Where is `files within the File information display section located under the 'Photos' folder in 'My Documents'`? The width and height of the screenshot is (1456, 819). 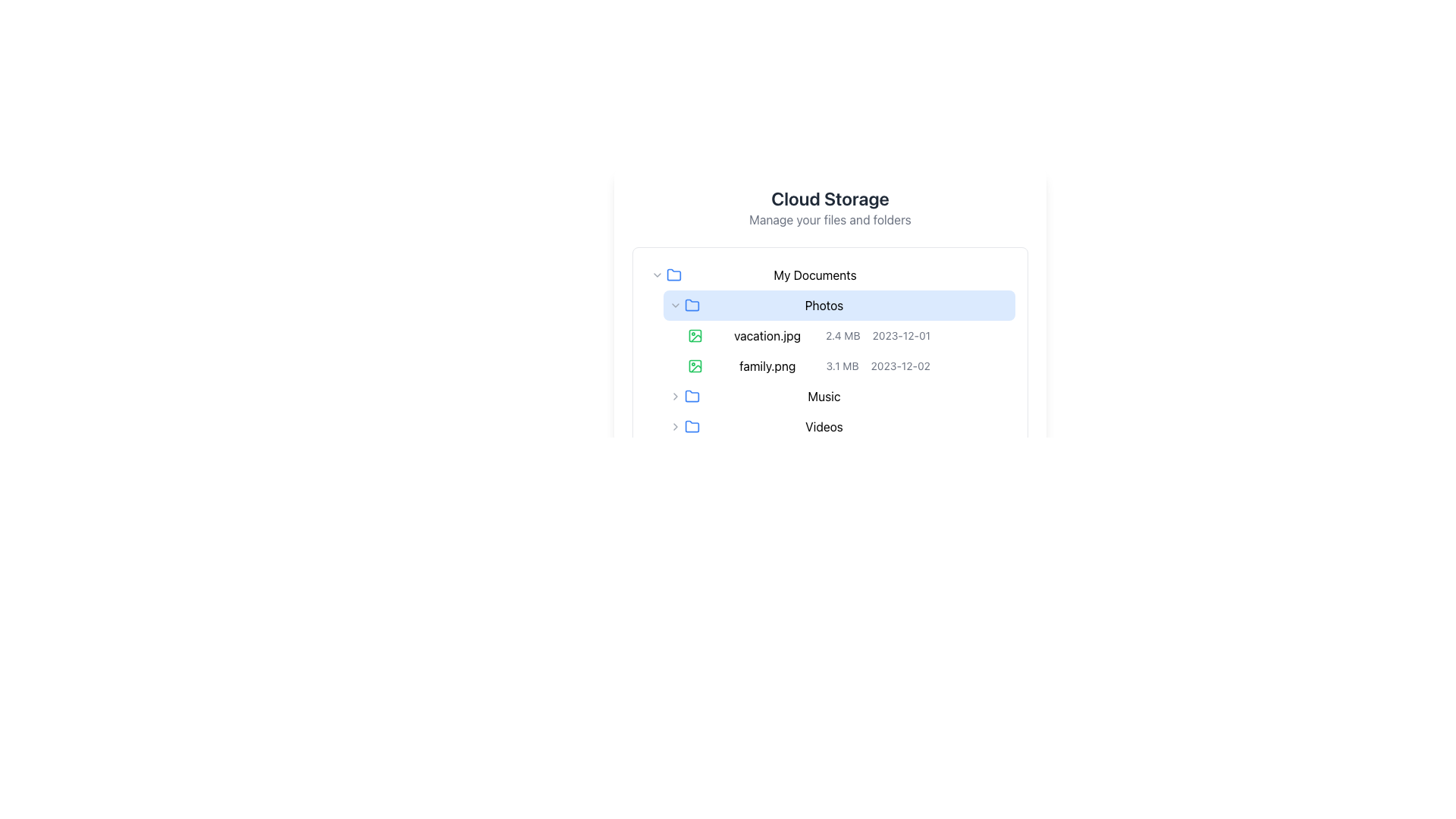
files within the File information display section located under the 'Photos' folder in 'My Documents' is located at coordinates (829, 366).